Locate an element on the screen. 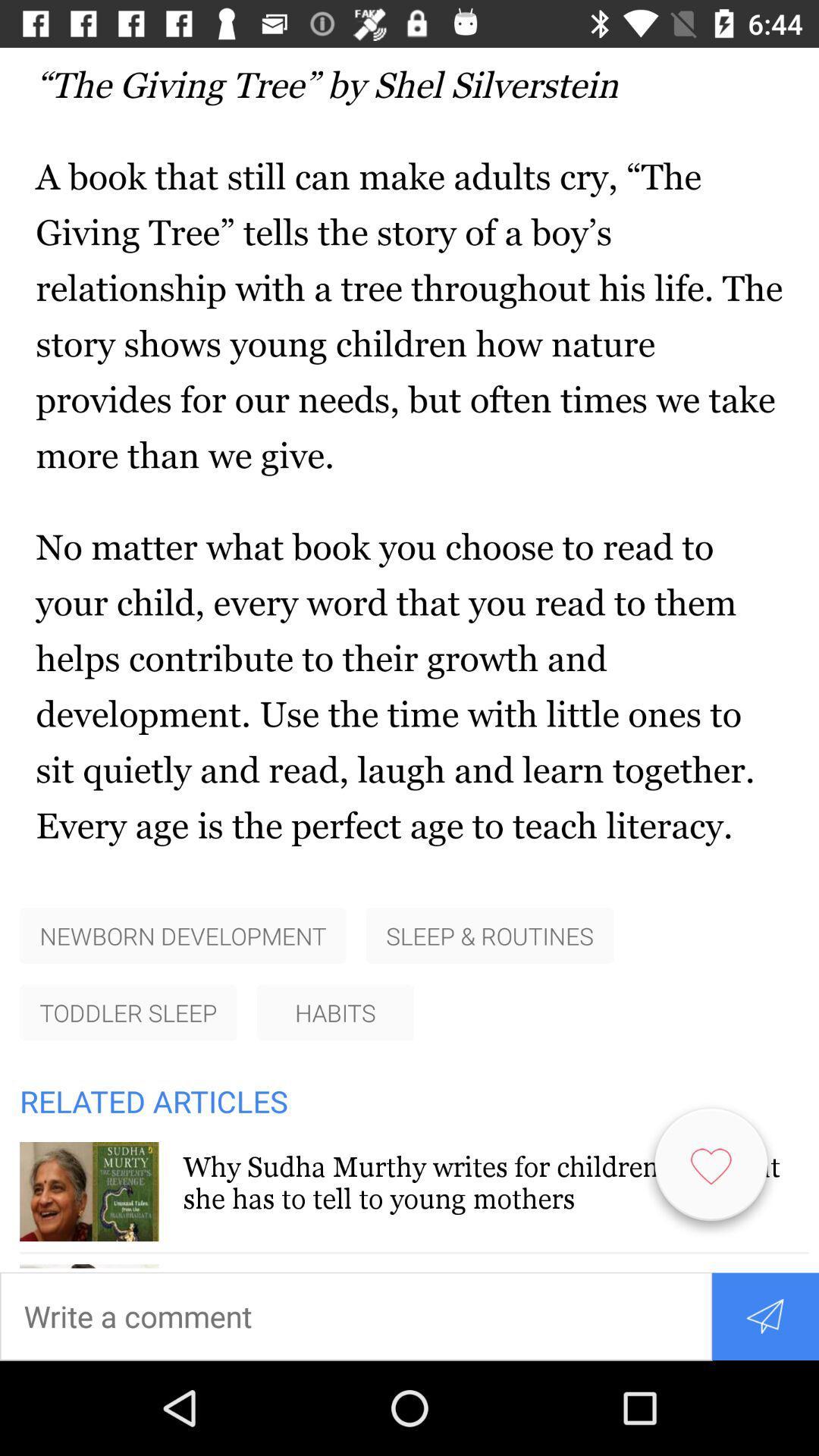  the favorite icon is located at coordinates (711, 1169).